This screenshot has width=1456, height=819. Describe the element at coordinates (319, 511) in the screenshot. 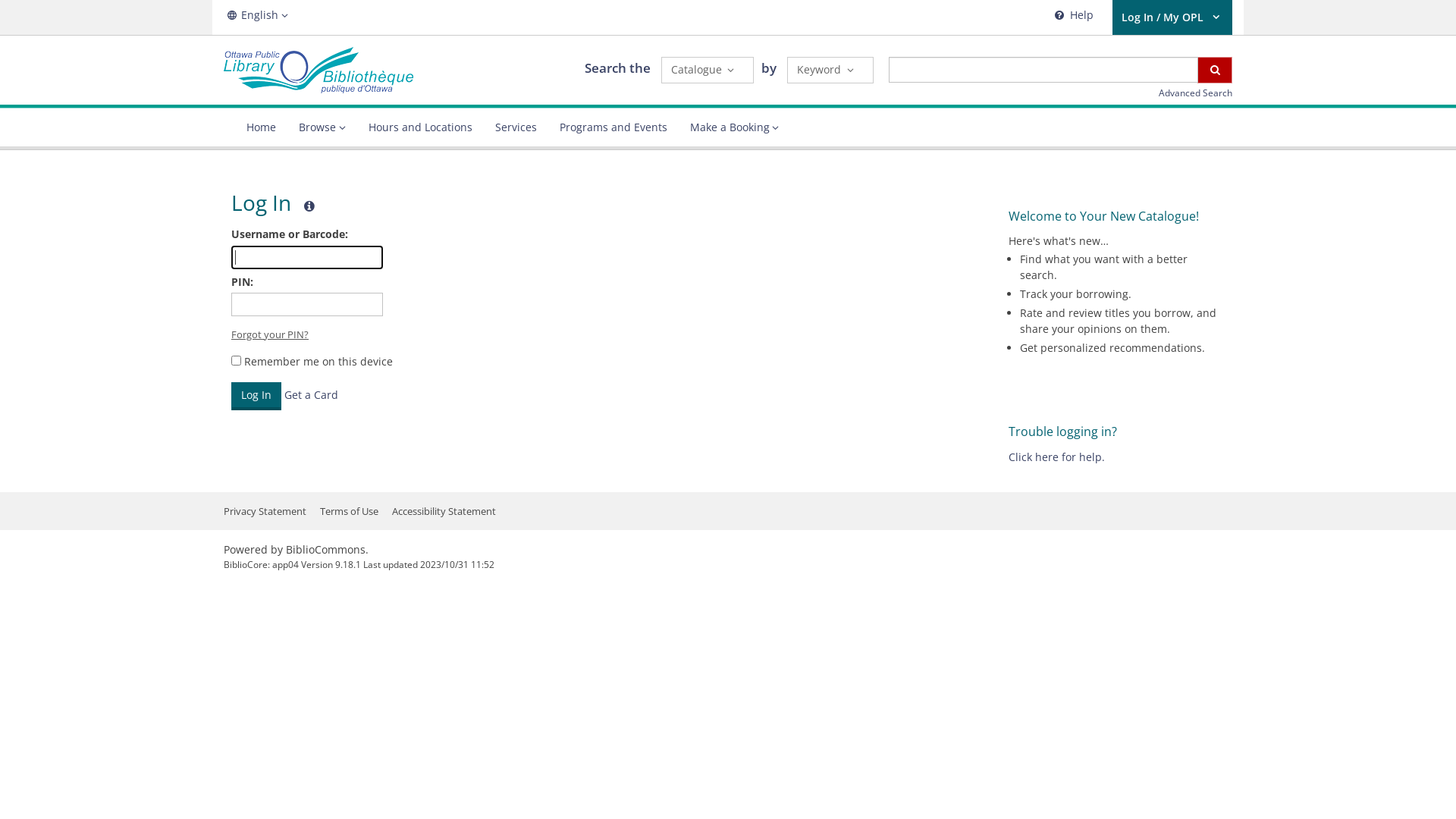

I see `'Terms of Use'` at that location.